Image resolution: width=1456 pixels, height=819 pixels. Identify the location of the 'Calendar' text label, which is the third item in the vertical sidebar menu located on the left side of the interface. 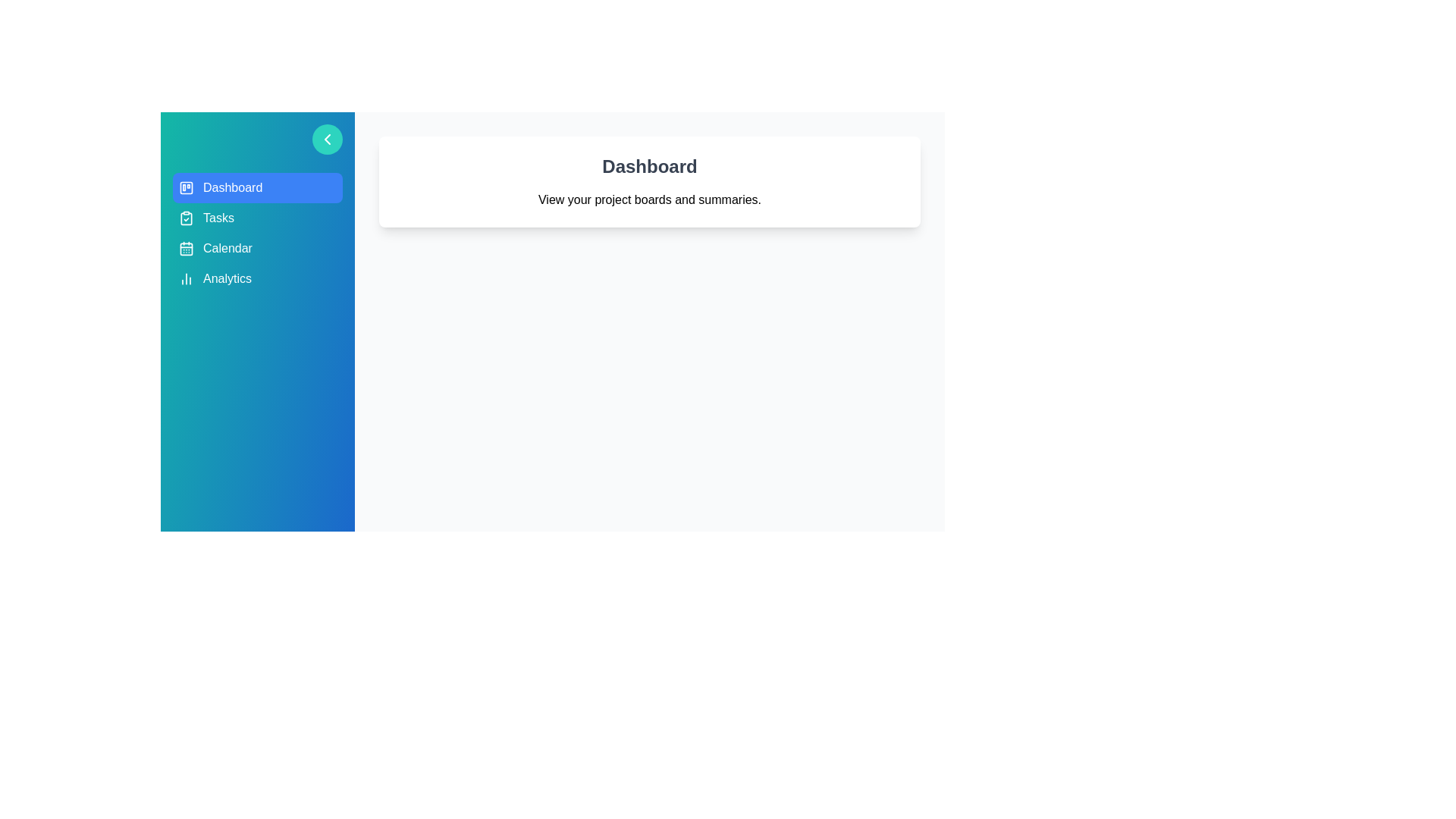
(227, 247).